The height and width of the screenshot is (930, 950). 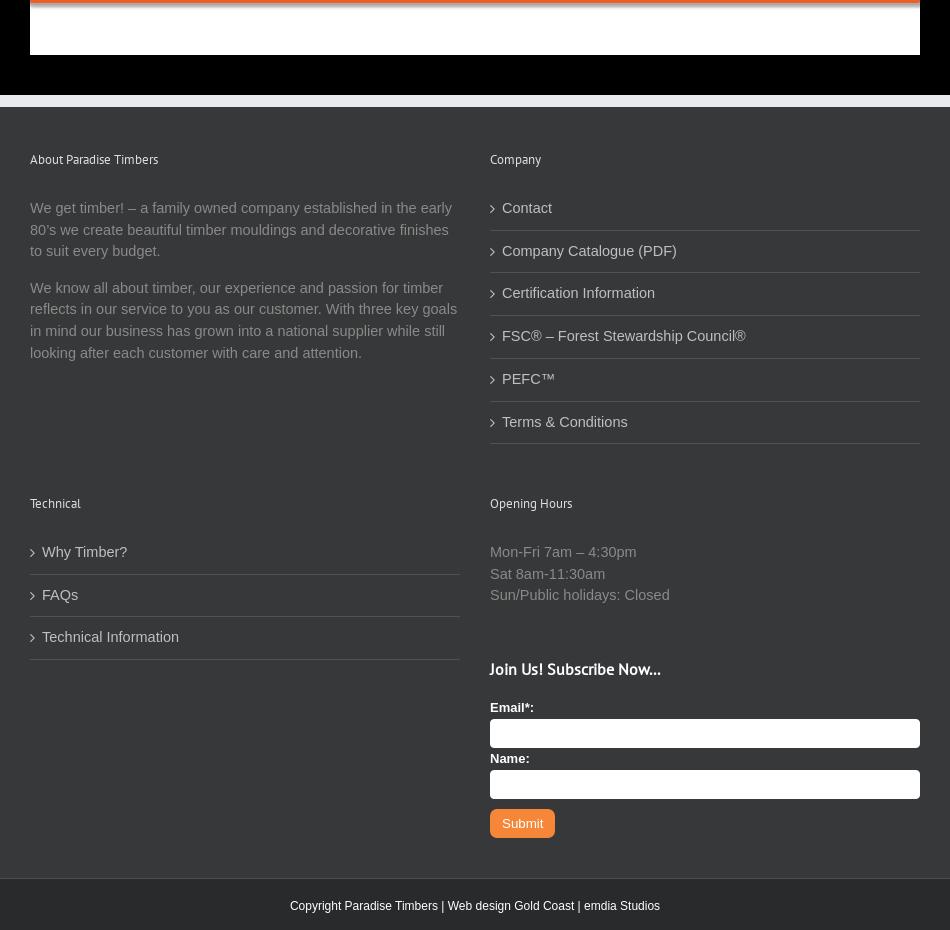 I want to click on 'Sun/Public holidays: Closed', so click(x=579, y=595).